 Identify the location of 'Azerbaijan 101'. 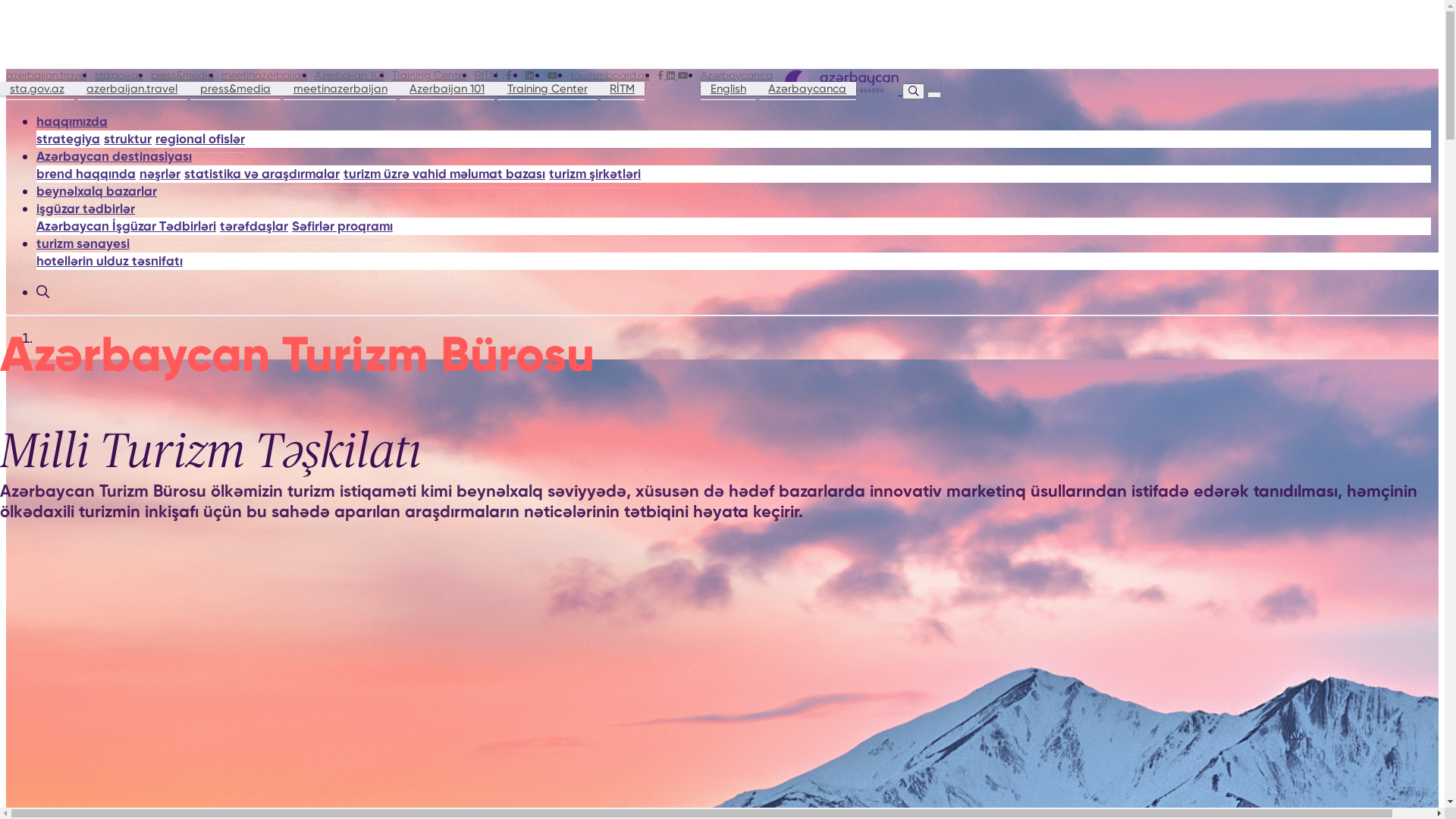
(348, 75).